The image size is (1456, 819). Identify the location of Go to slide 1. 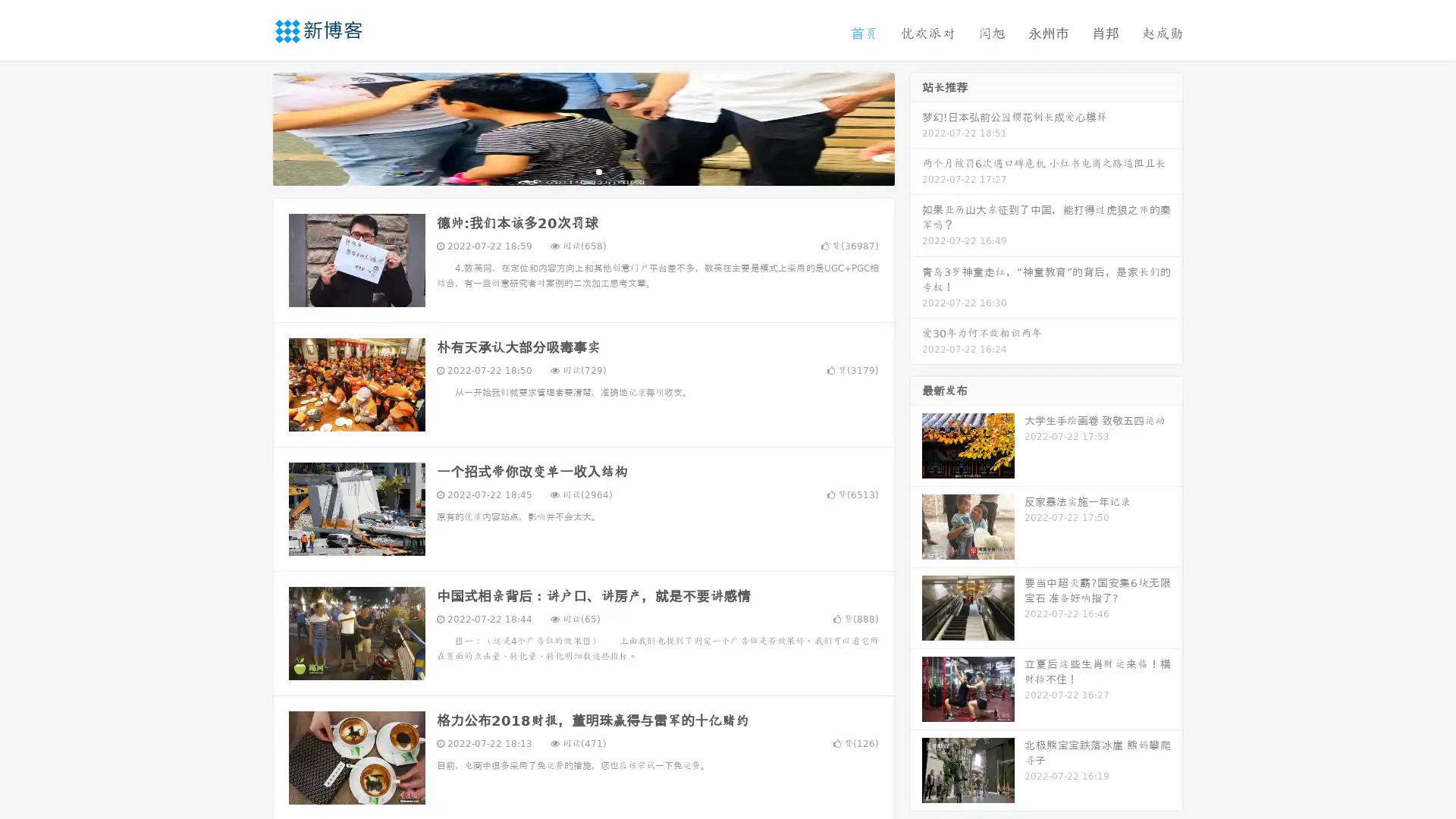
(567, 171).